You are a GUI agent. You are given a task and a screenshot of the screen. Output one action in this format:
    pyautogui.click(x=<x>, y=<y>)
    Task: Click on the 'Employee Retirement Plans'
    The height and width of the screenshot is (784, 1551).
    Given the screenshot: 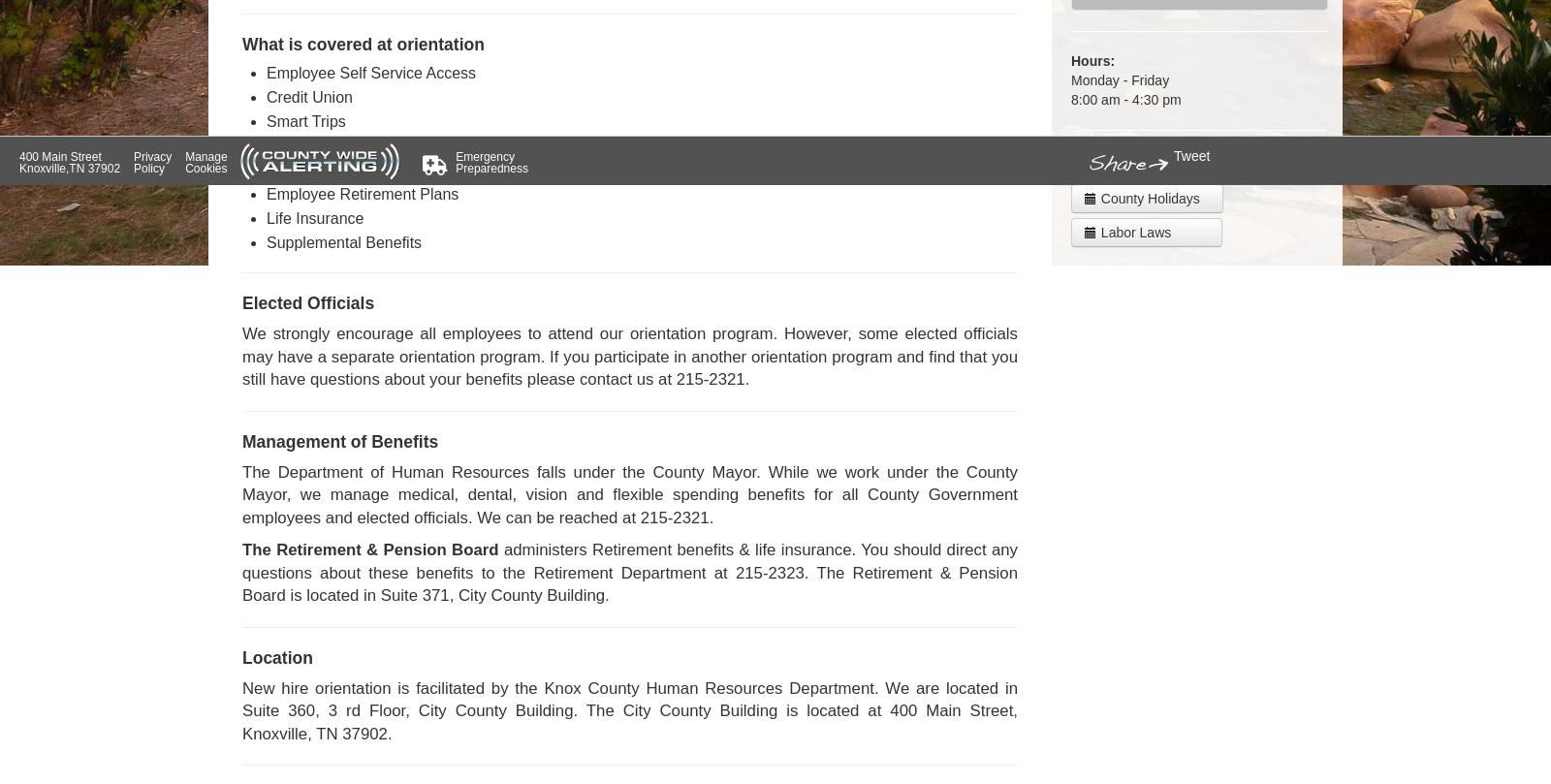 What is the action you would take?
    pyautogui.click(x=363, y=193)
    